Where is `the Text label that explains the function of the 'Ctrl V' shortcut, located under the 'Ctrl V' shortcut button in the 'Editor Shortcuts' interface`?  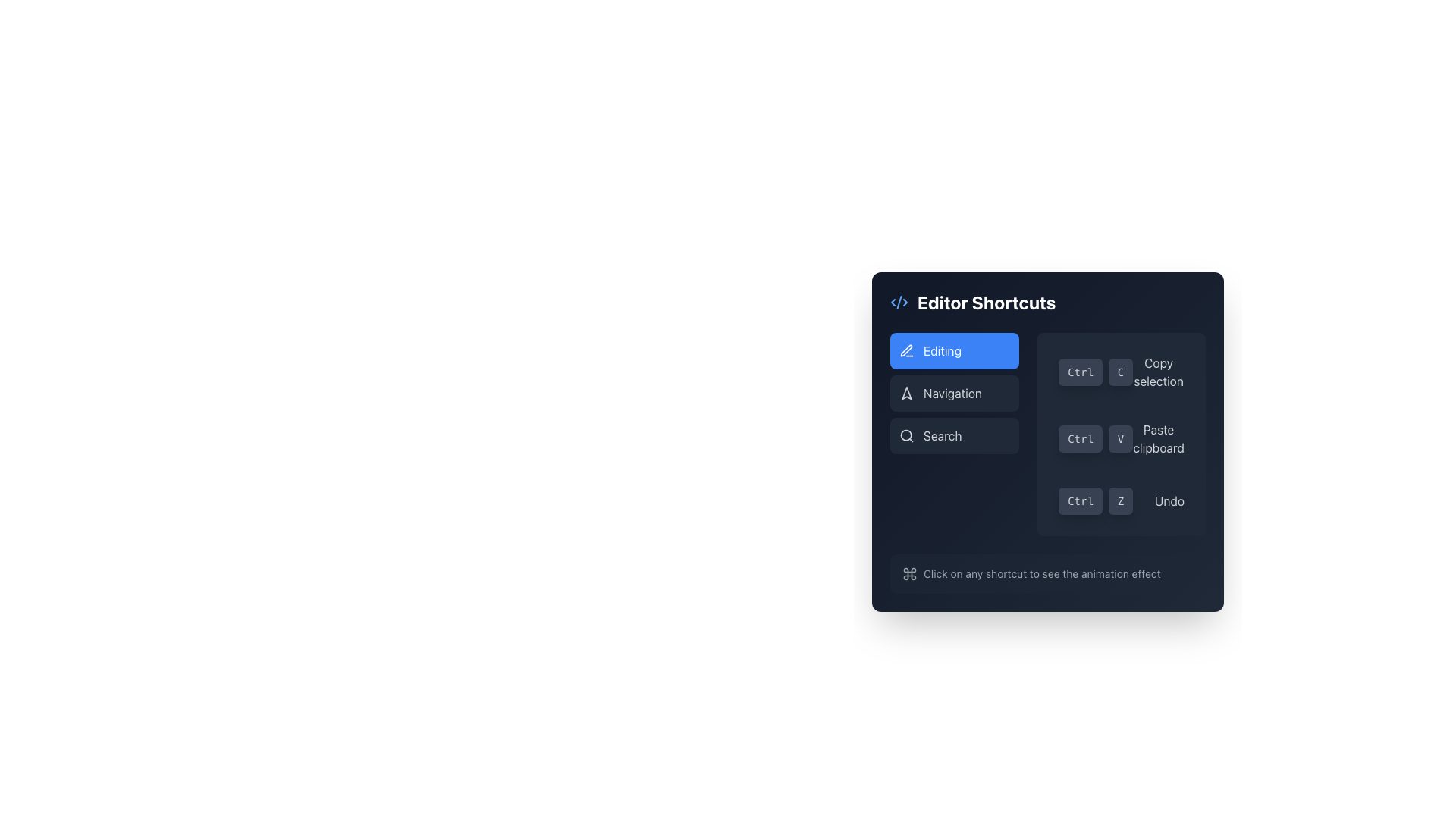 the Text label that explains the function of the 'Ctrl V' shortcut, located under the 'Ctrl V' shortcut button in the 'Editor Shortcuts' interface is located at coordinates (1158, 438).